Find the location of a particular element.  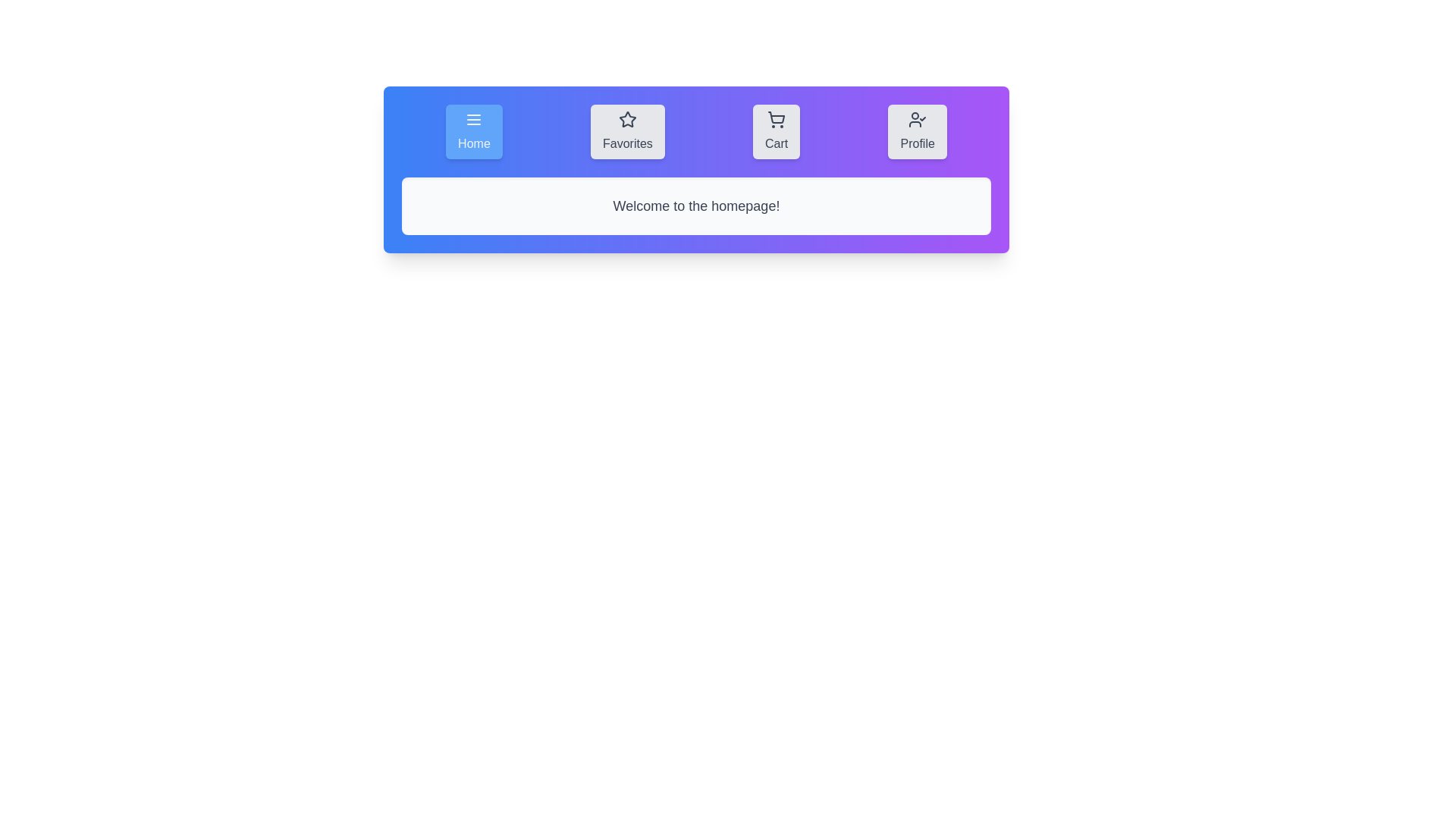

the shopping cart icon located in the central navigation bar, specifically the third button labeled 'Cart', situated between the 'Favorites' and 'Profile' buttons is located at coordinates (777, 117).